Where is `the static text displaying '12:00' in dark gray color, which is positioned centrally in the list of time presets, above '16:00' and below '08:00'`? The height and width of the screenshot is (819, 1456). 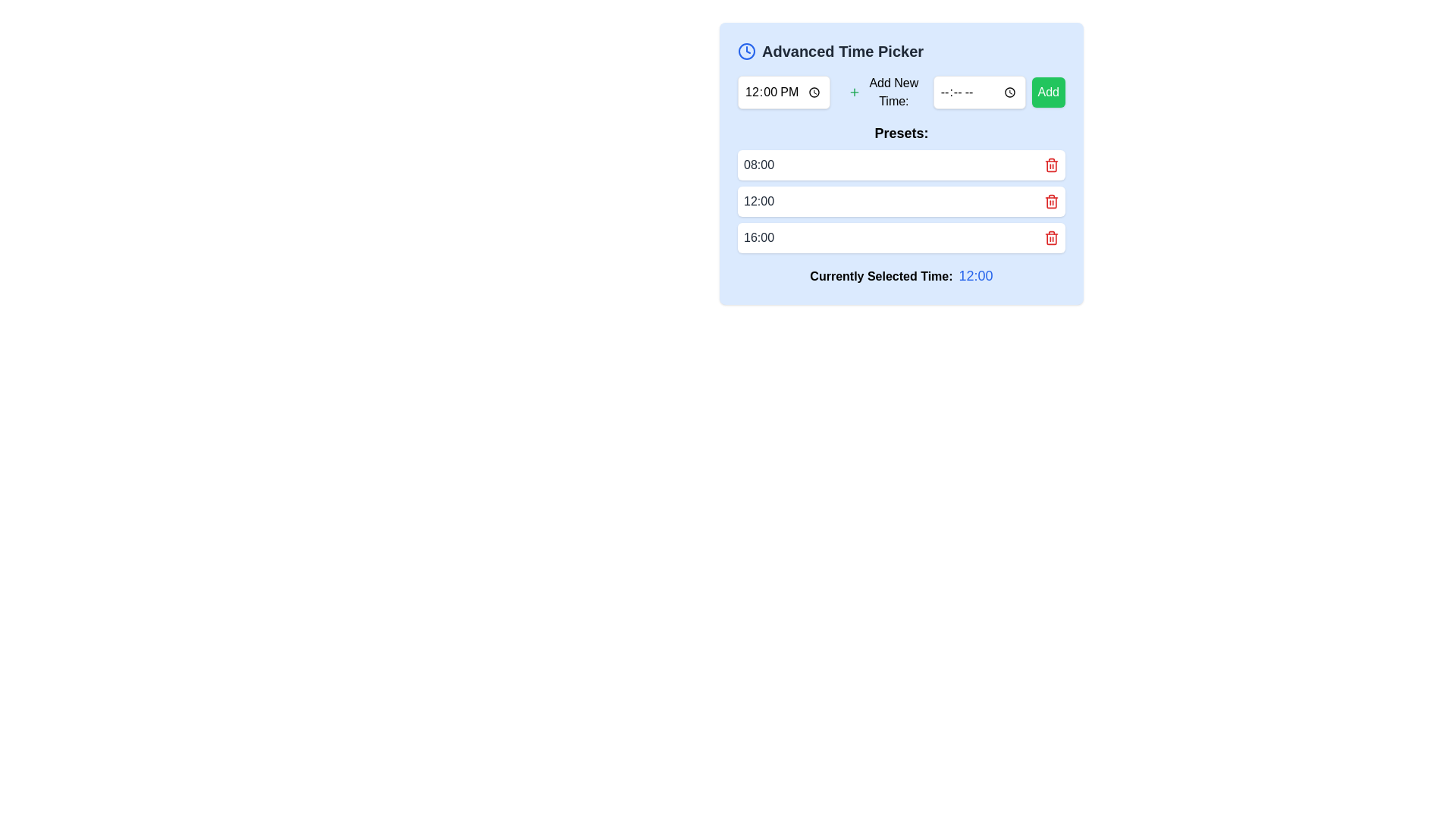
the static text displaying '12:00' in dark gray color, which is positioned centrally in the list of time presets, above '16:00' and below '08:00' is located at coordinates (759, 201).